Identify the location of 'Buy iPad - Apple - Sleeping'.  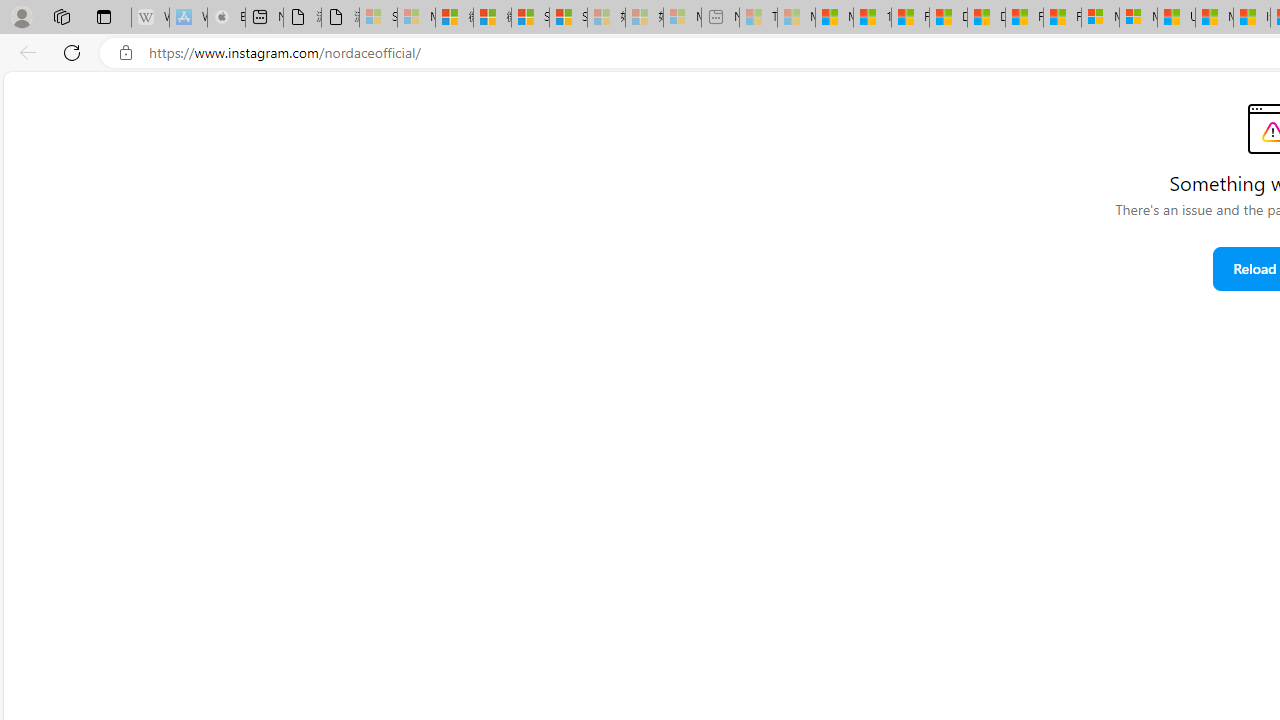
(225, 17).